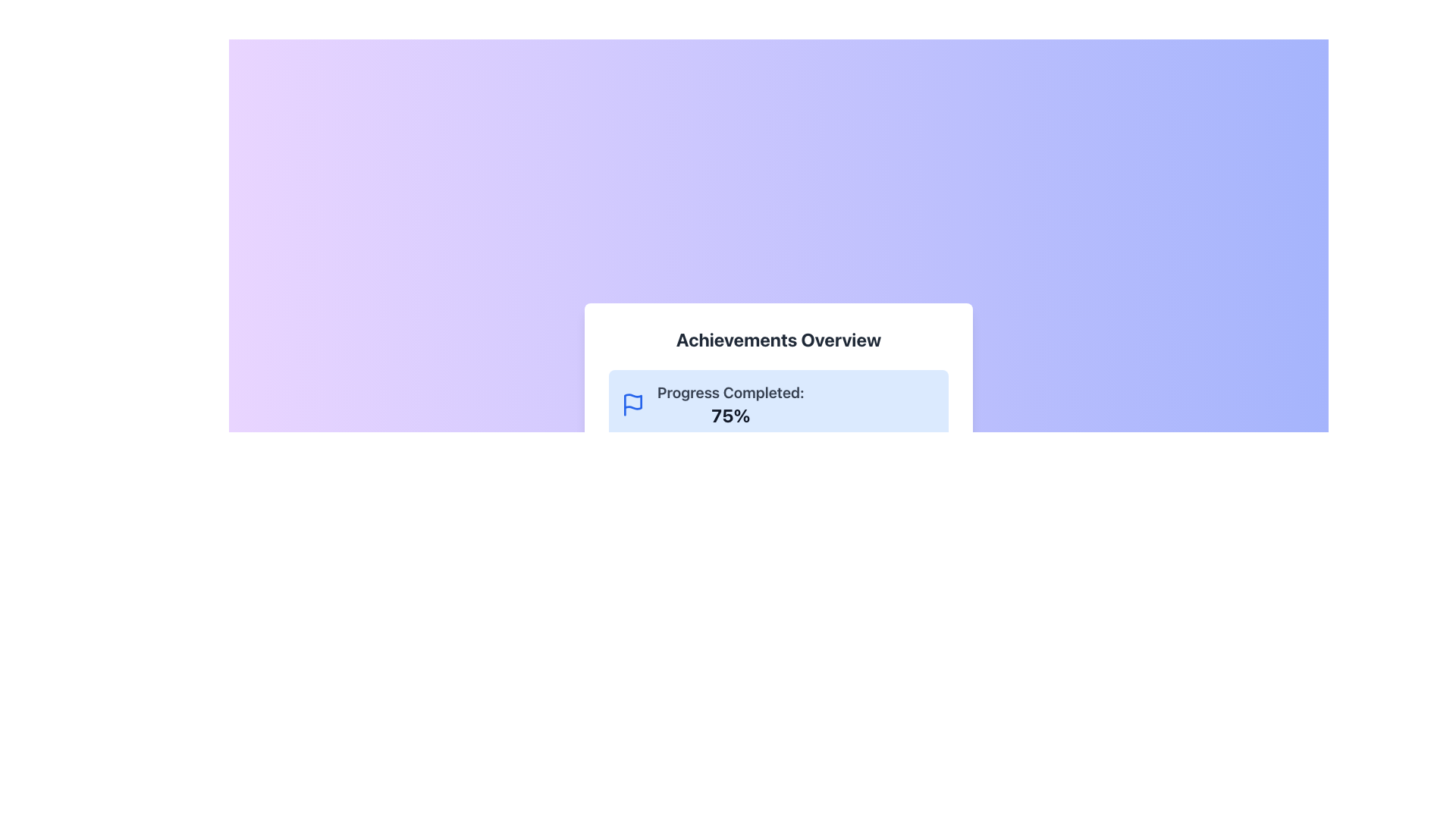  What do you see at coordinates (730, 391) in the screenshot?
I see `the Text Label that reads 'Progress Completed:' styled in a bold, large font within the 'Achievements Overview' card` at bounding box center [730, 391].